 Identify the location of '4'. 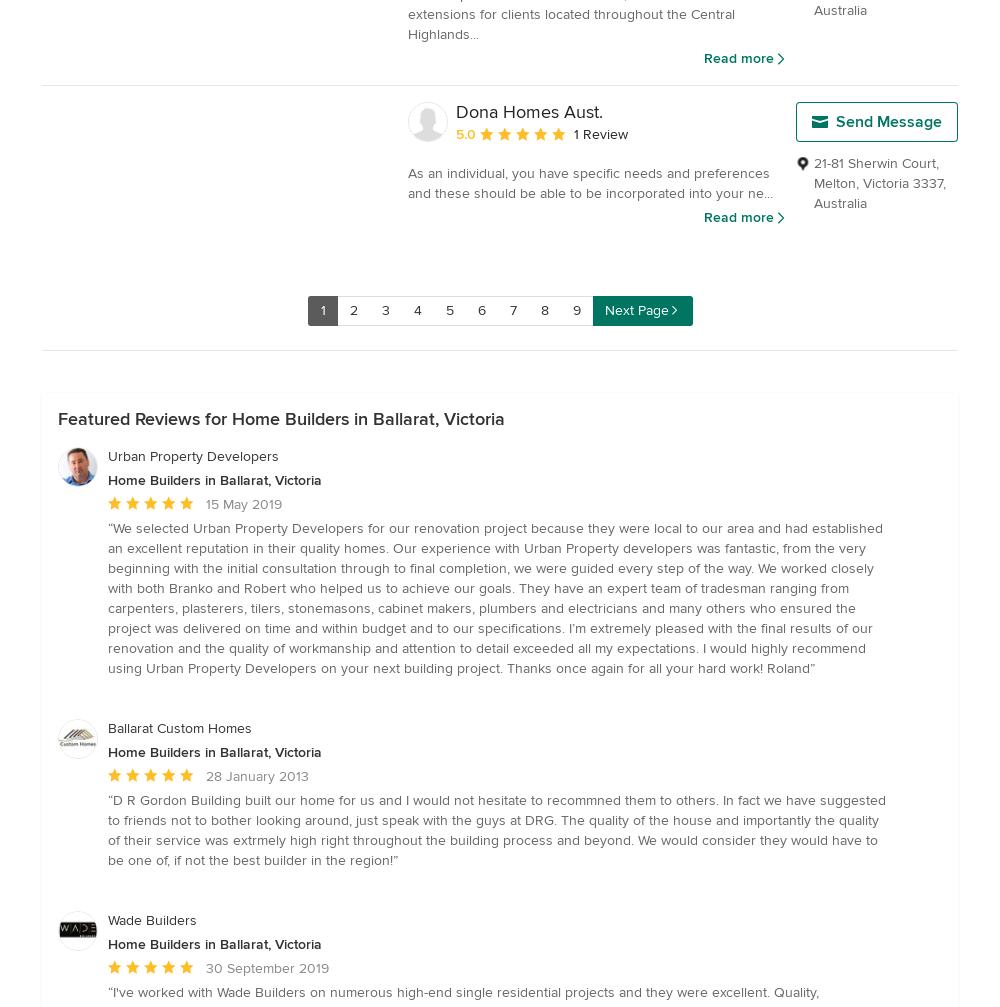
(417, 310).